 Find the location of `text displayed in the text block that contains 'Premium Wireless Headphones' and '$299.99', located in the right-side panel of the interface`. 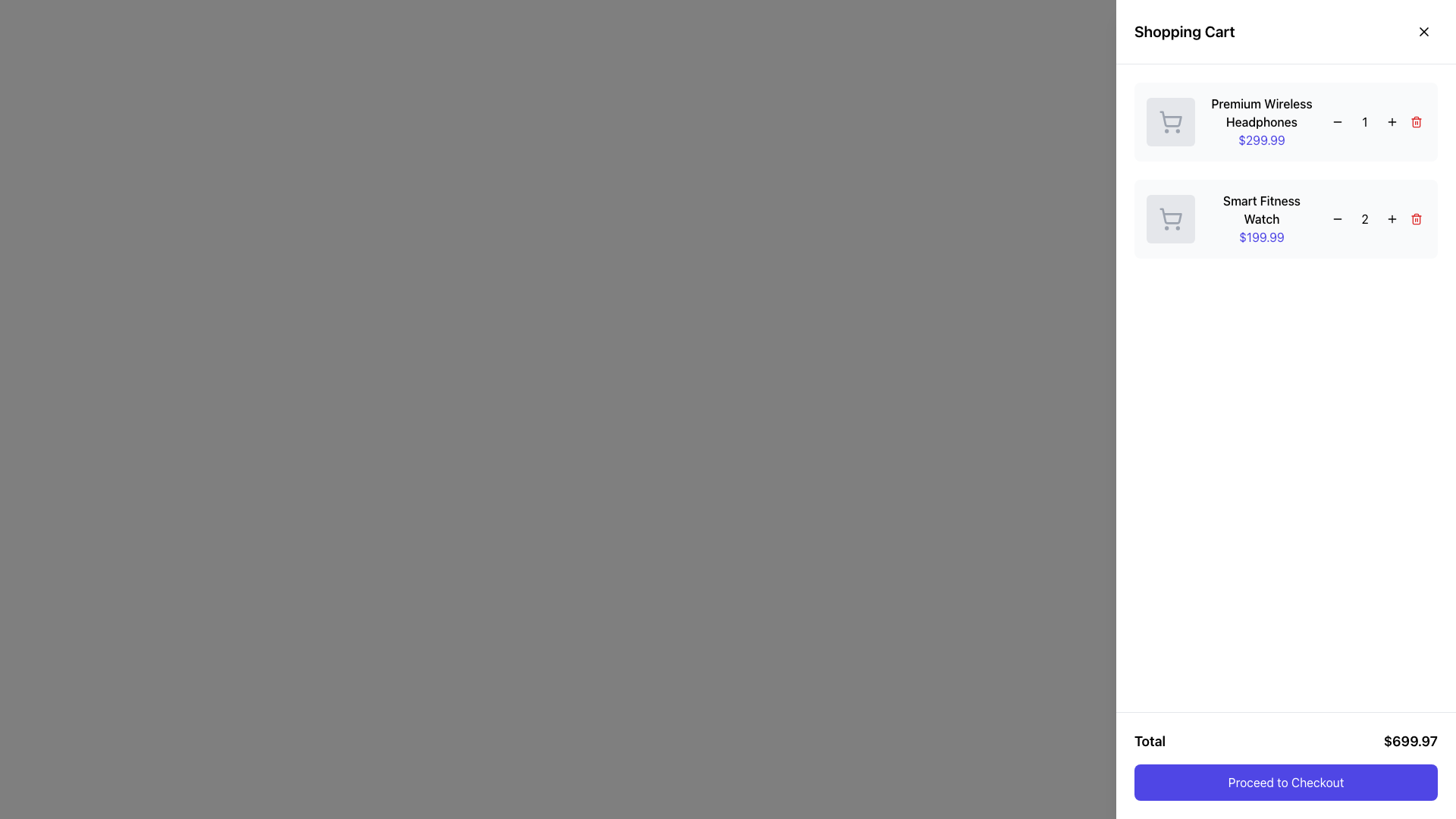

text displayed in the text block that contains 'Premium Wireless Headphones' and '$299.99', located in the right-side panel of the interface is located at coordinates (1262, 121).